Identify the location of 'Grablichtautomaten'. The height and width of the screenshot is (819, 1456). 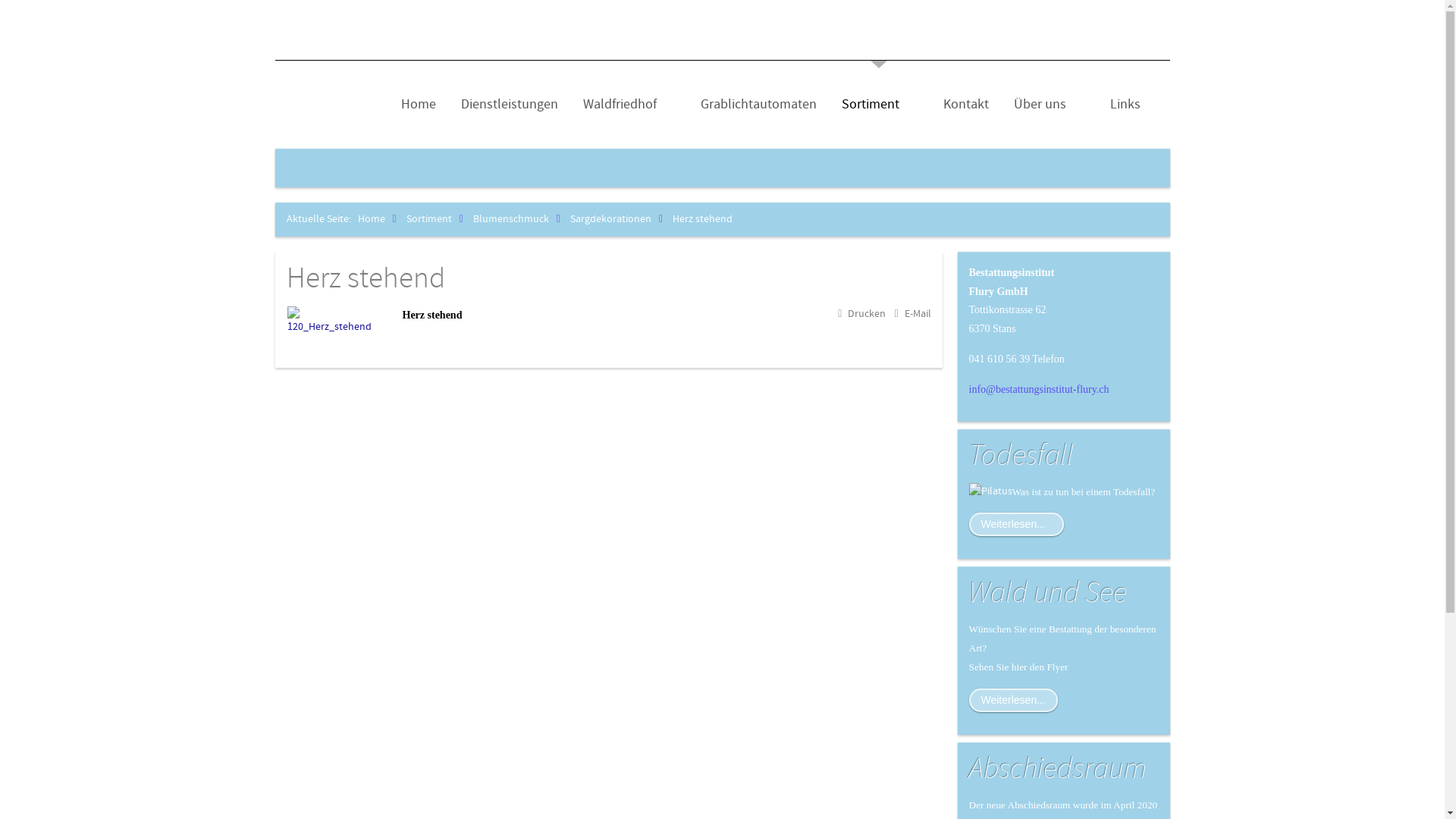
(694, 104).